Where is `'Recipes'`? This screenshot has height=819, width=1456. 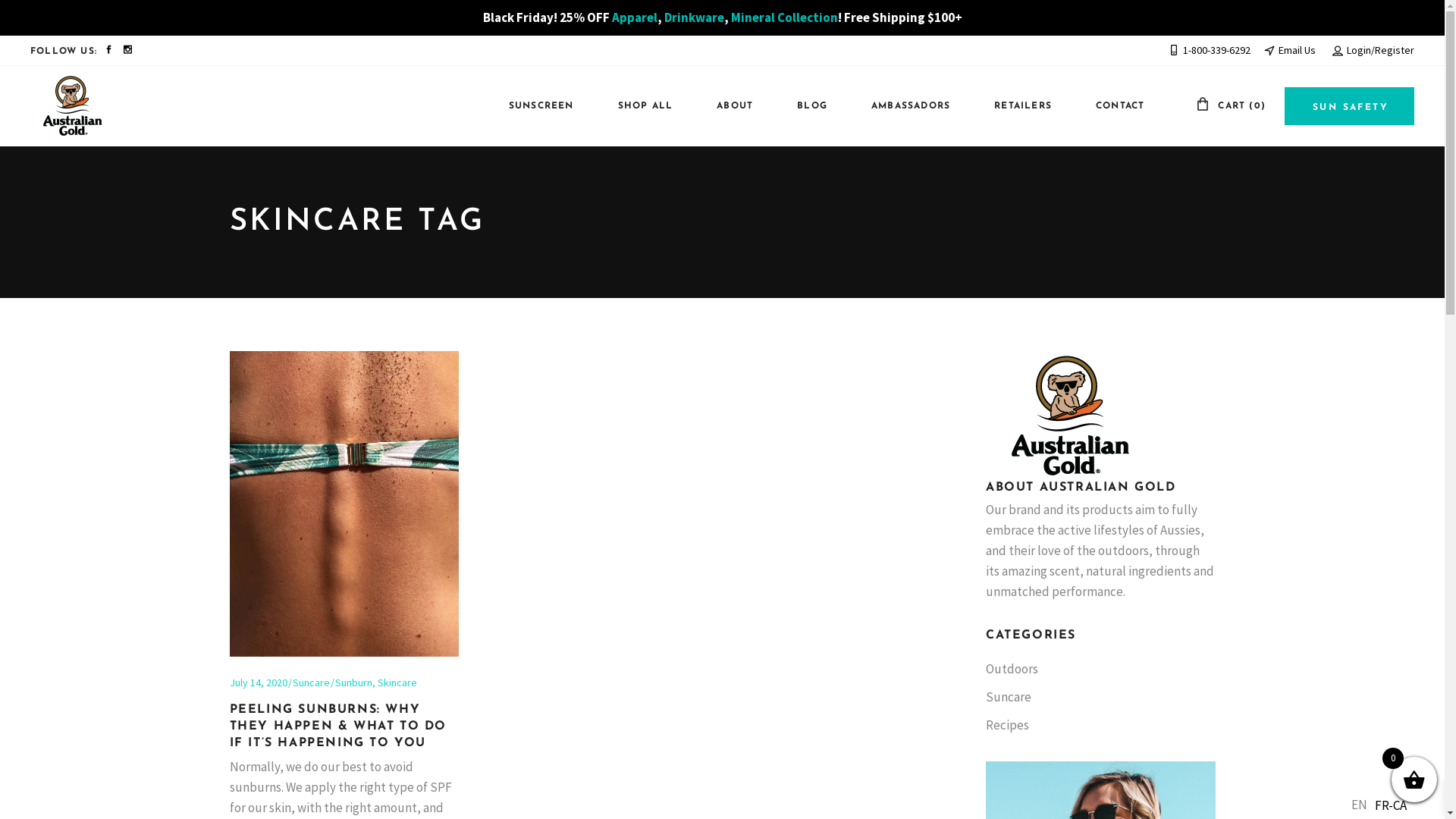 'Recipes' is located at coordinates (1007, 724).